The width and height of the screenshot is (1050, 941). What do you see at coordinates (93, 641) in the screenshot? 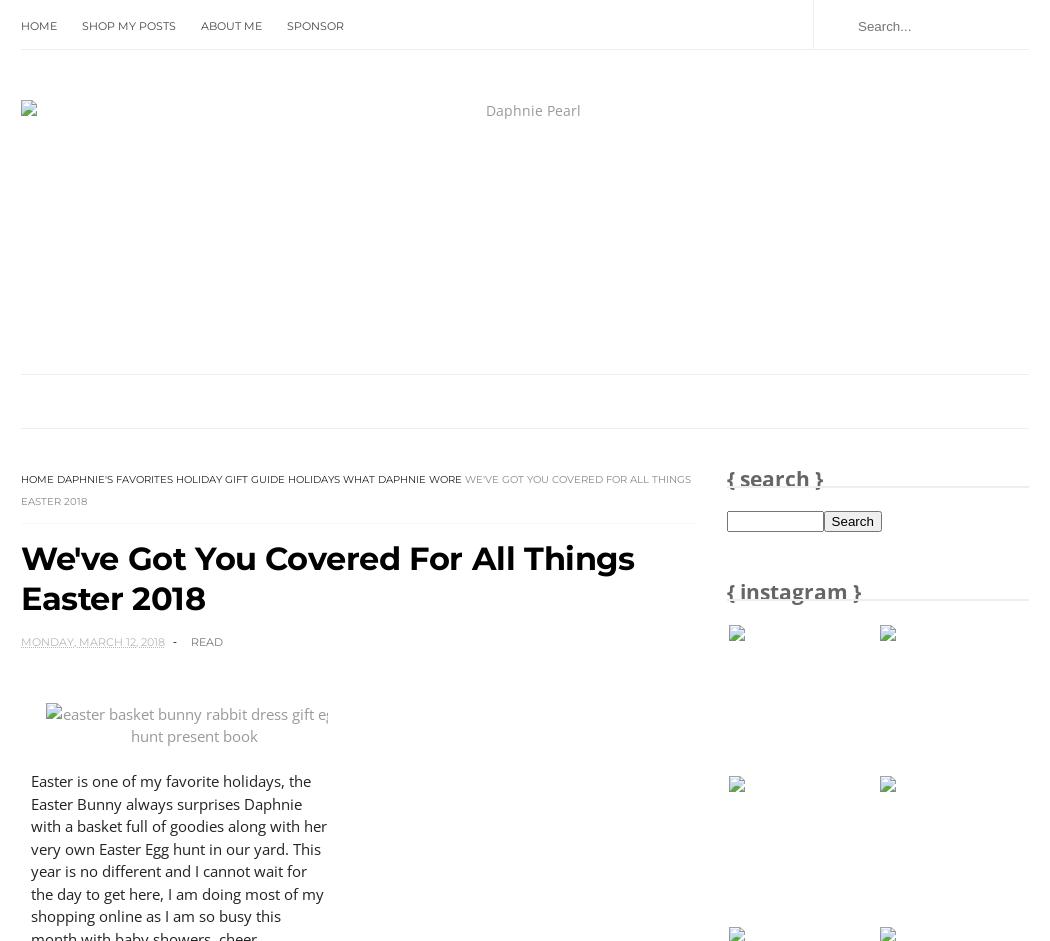
I see `'Monday, March 12, 2018'` at bounding box center [93, 641].